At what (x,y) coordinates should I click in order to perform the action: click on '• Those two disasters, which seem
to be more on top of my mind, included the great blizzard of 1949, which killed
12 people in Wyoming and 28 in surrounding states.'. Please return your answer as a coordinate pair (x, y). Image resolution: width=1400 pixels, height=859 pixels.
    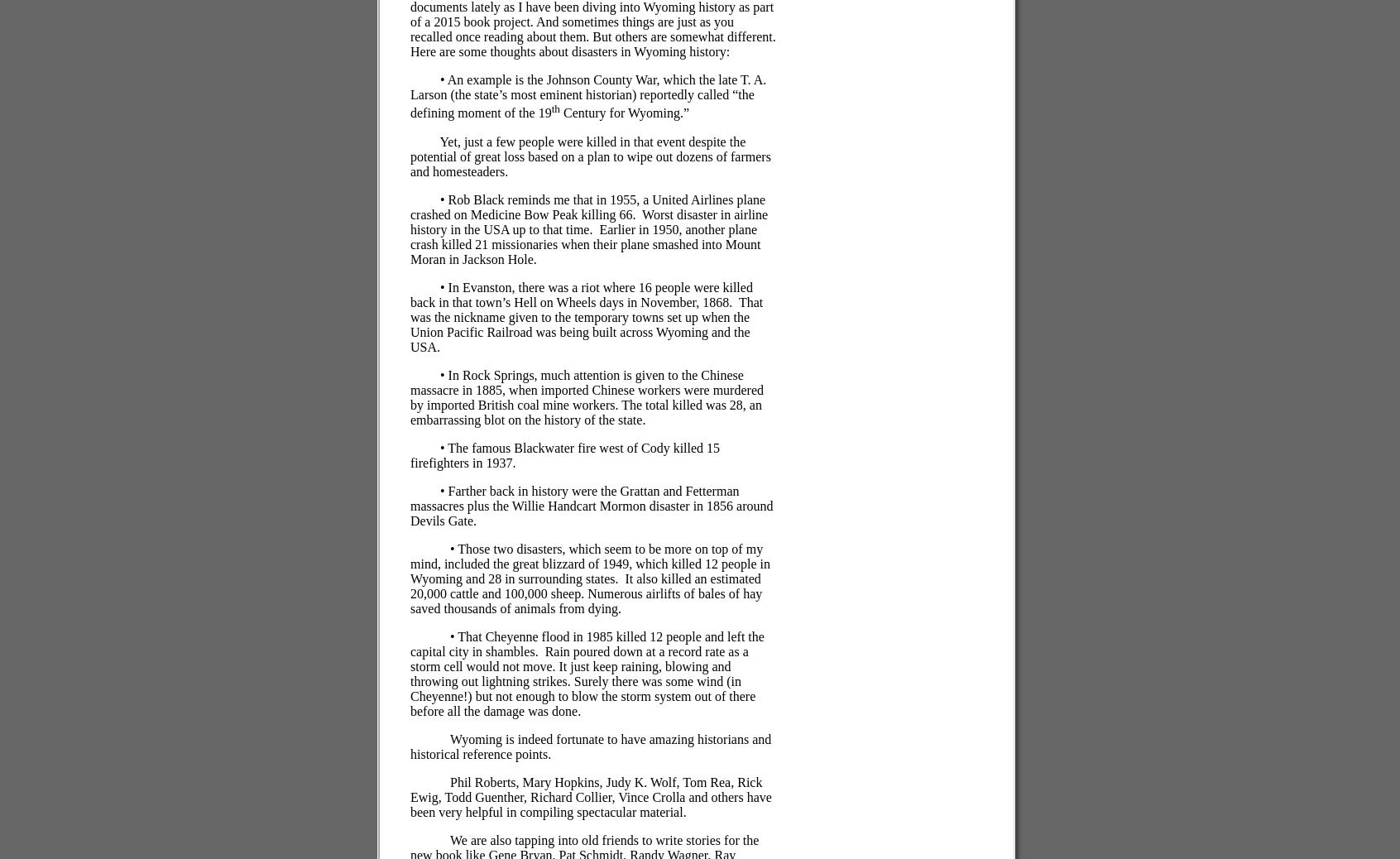
    Looking at the image, I should click on (589, 562).